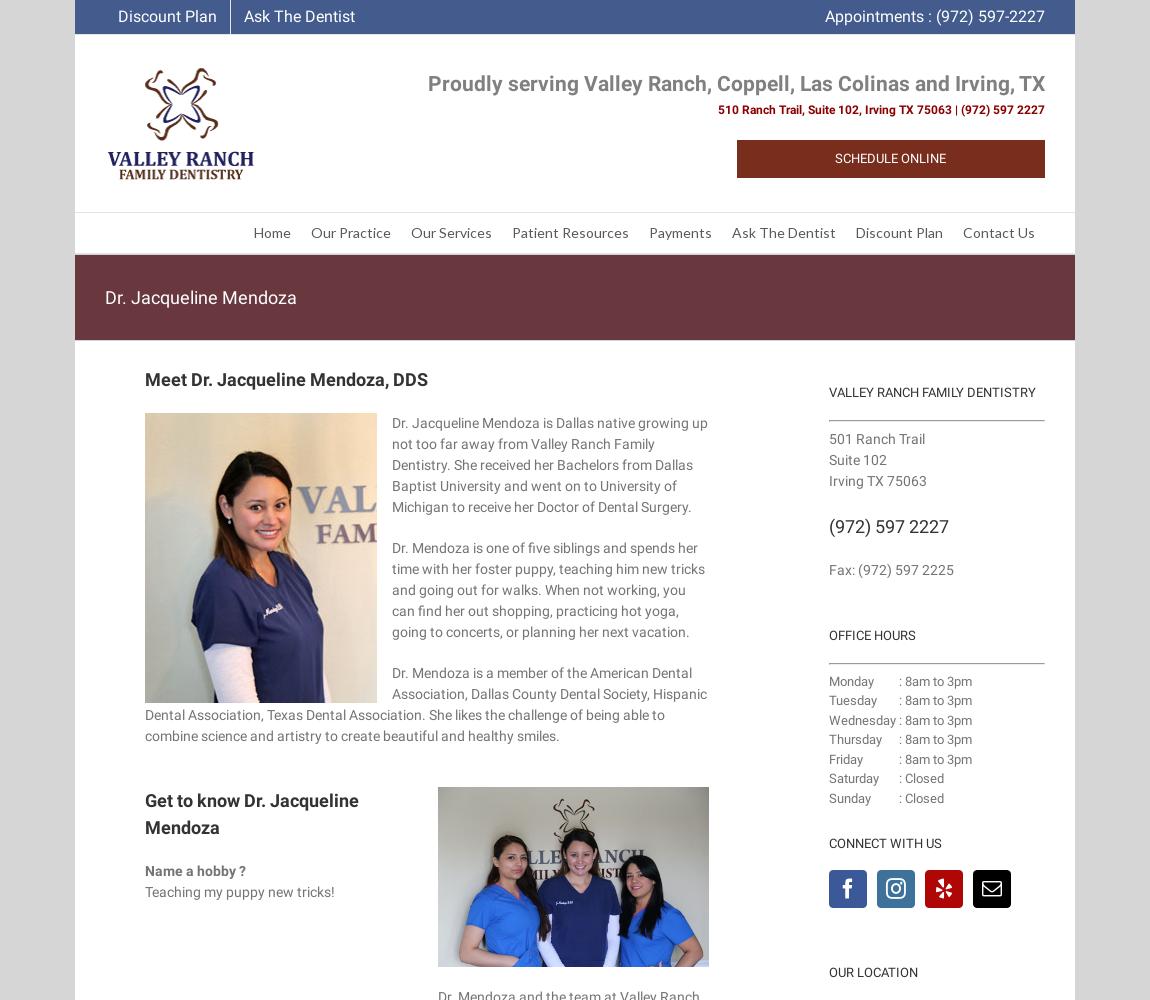  I want to click on 'Check Ups and Hygiene', so click(667, 269).